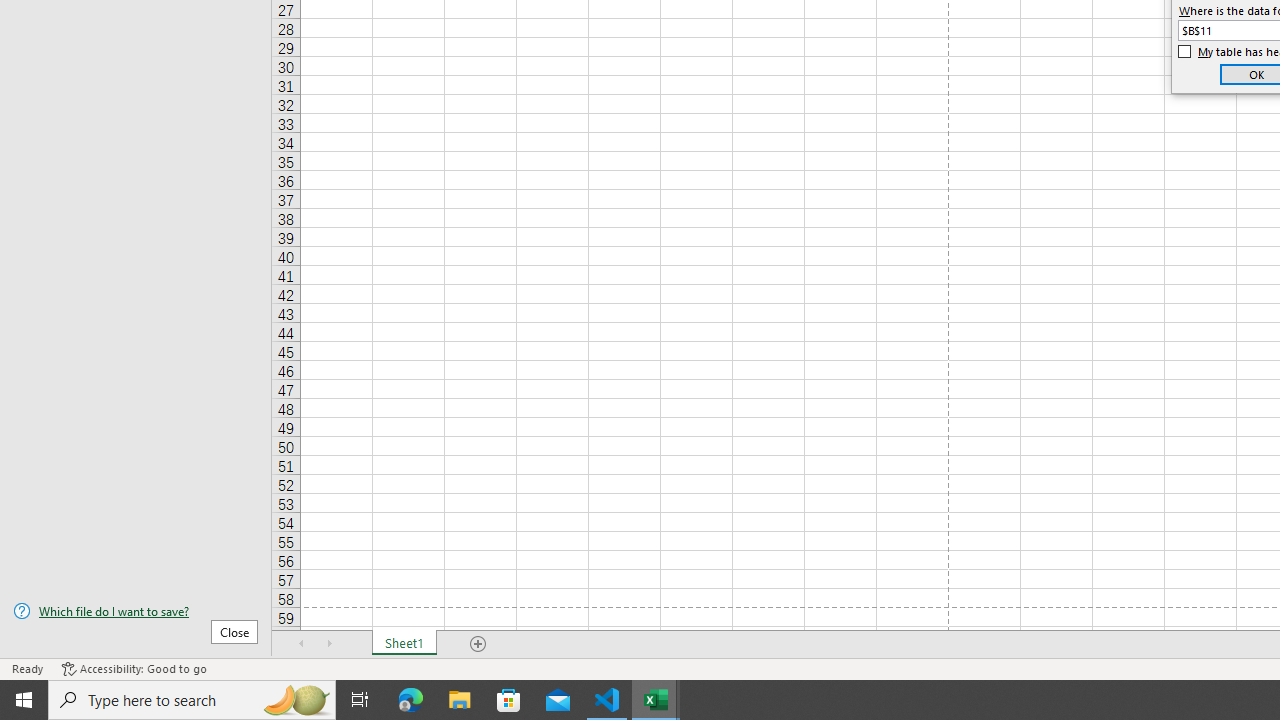  I want to click on 'Scroll Left', so click(301, 644).